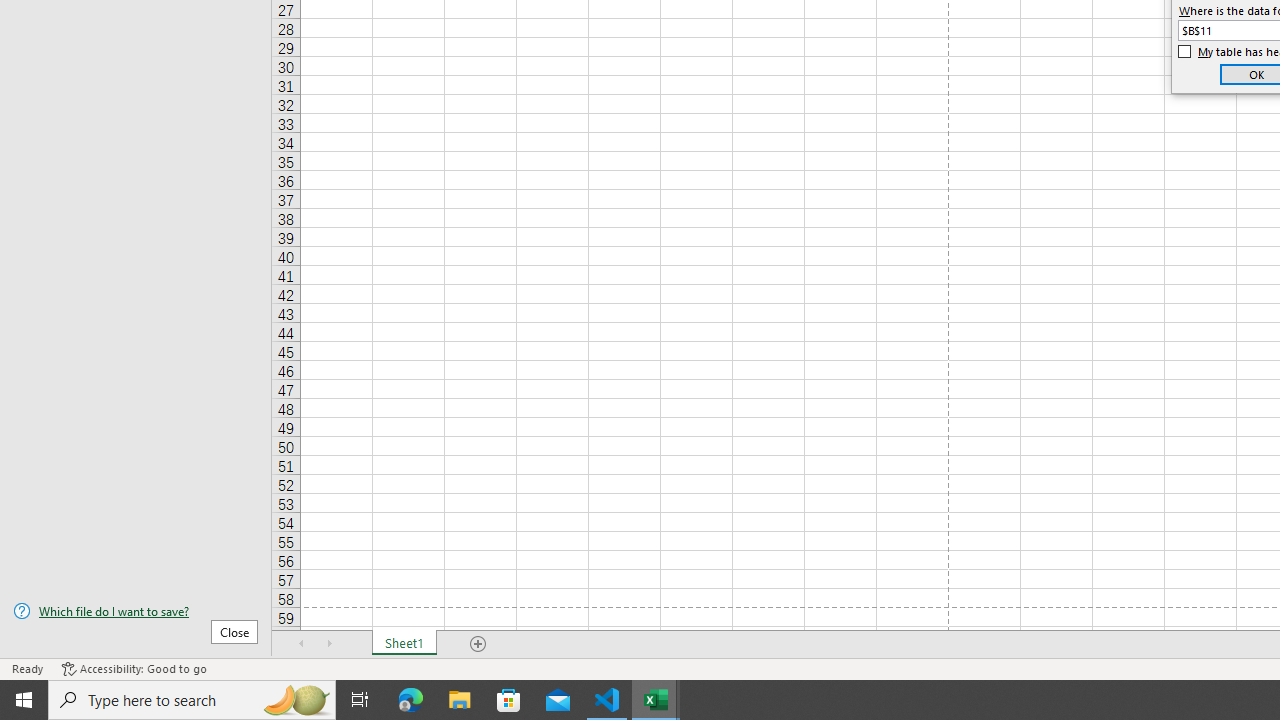  I want to click on 'Scroll Left', so click(301, 644).